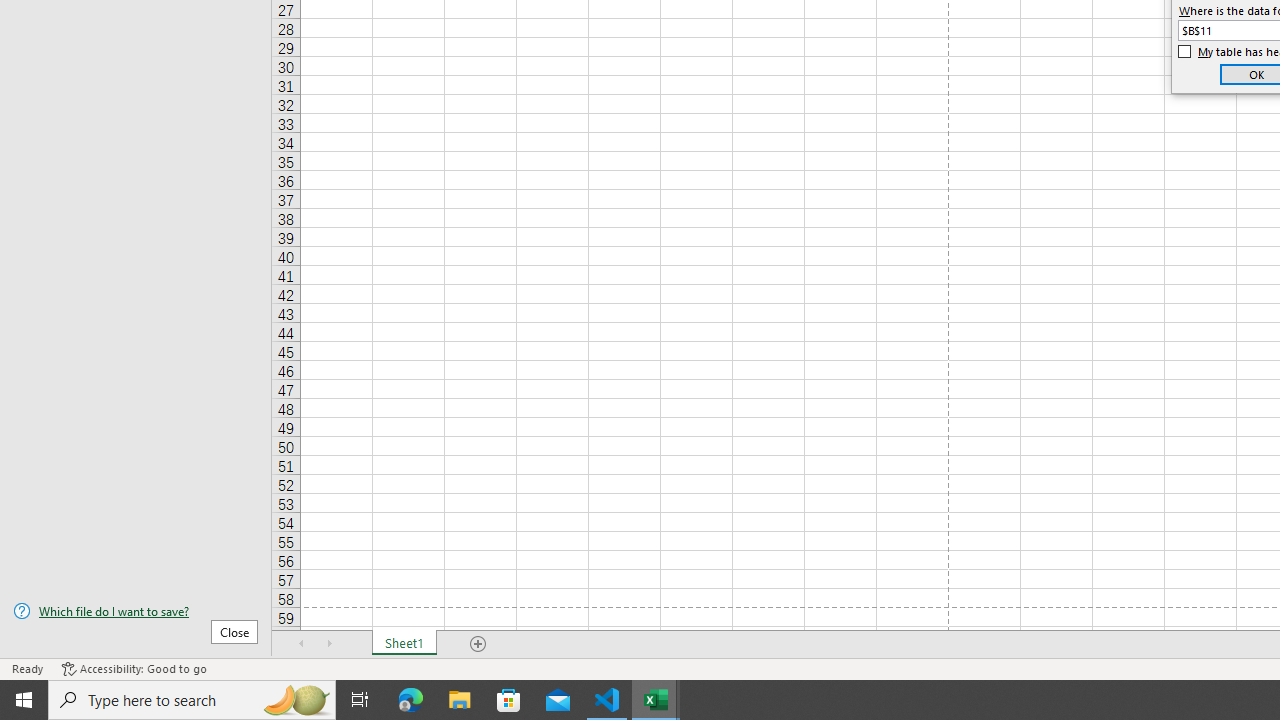  I want to click on 'Scroll Left', so click(301, 644).